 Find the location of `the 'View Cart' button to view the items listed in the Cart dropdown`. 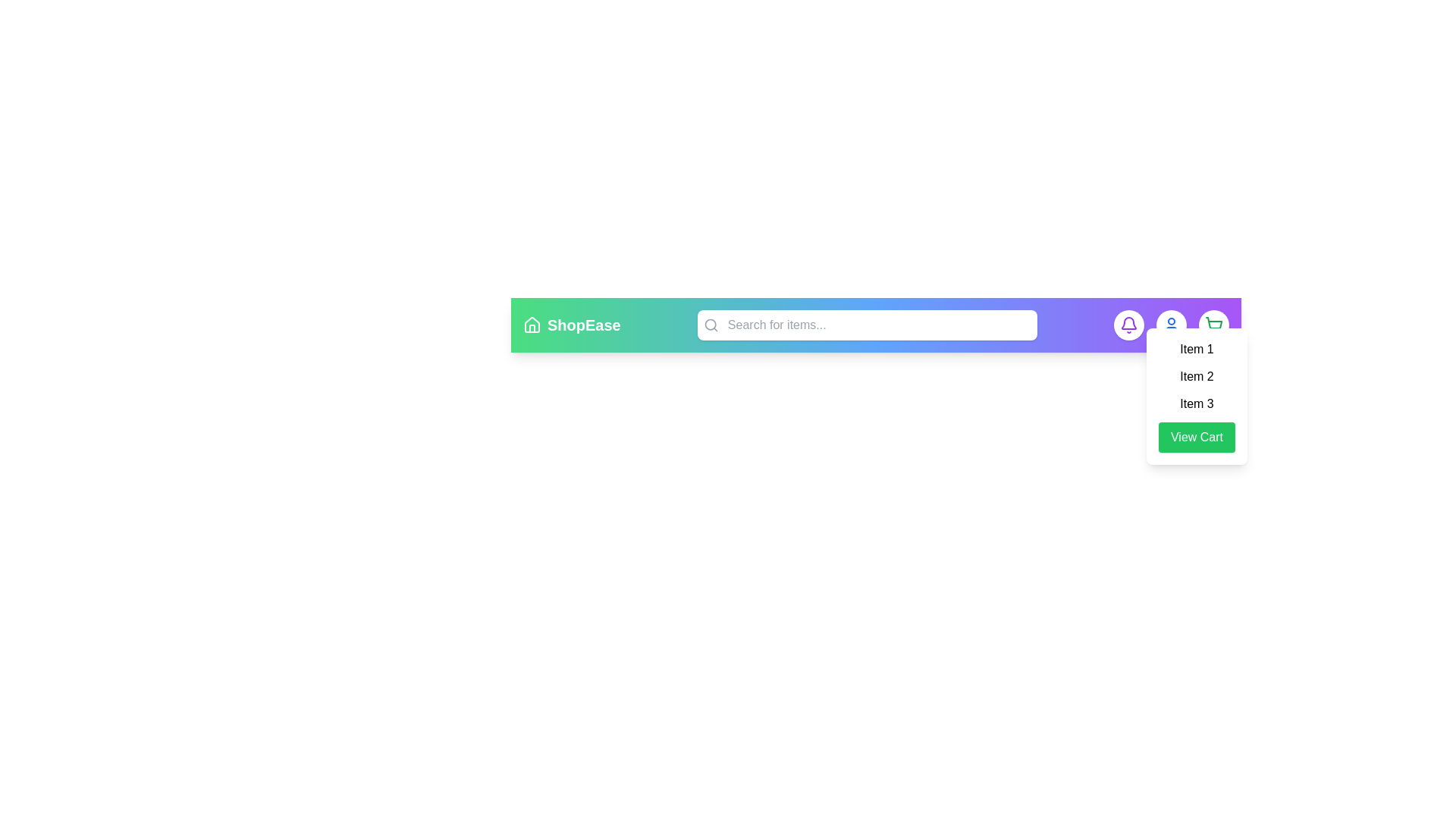

the 'View Cart' button to view the items listed in the Cart dropdown is located at coordinates (1196, 438).